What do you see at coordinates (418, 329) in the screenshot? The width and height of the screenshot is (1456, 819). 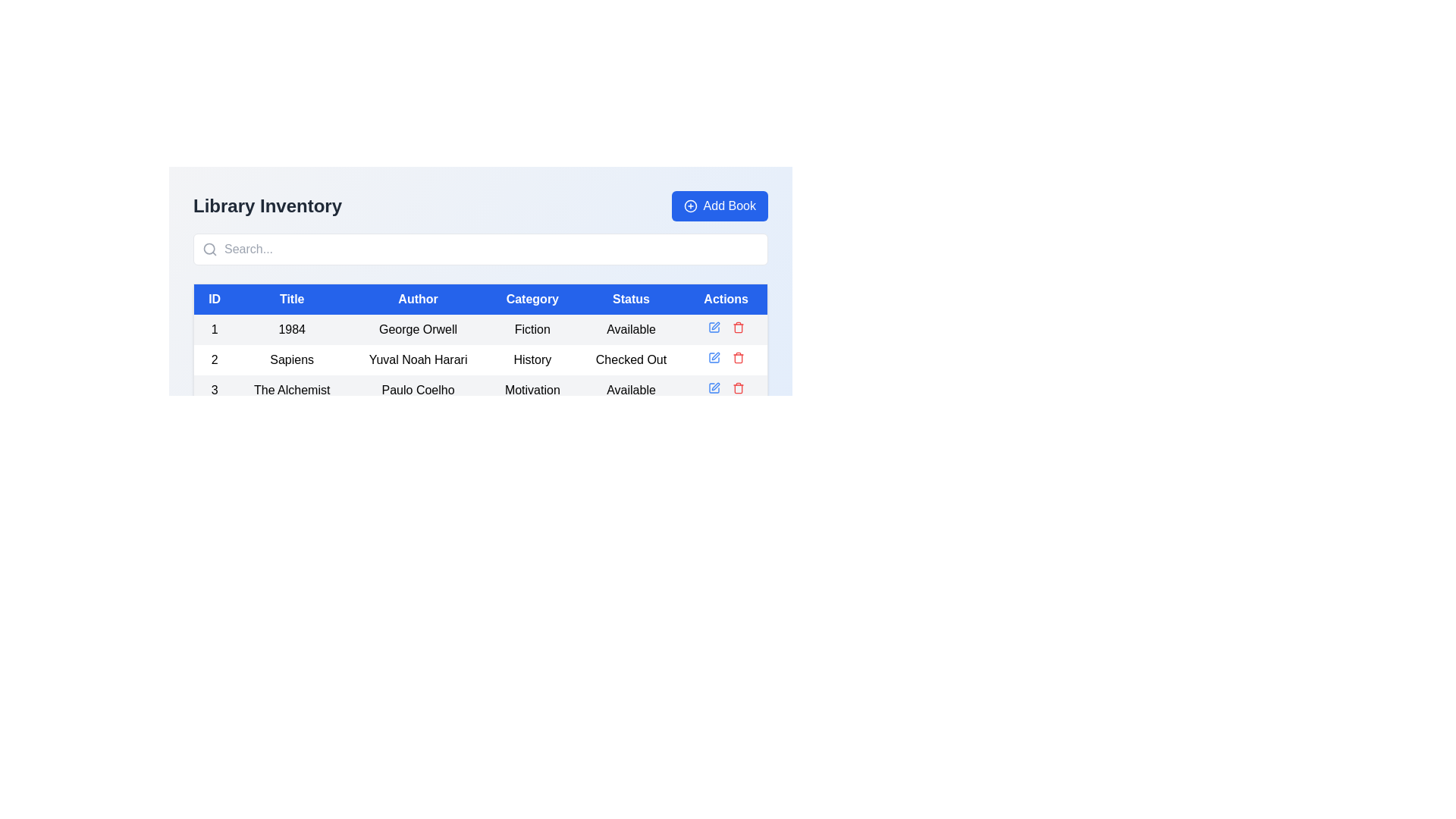 I see `the label displaying the author's name in the first row of the table under the 'Author' column` at bounding box center [418, 329].